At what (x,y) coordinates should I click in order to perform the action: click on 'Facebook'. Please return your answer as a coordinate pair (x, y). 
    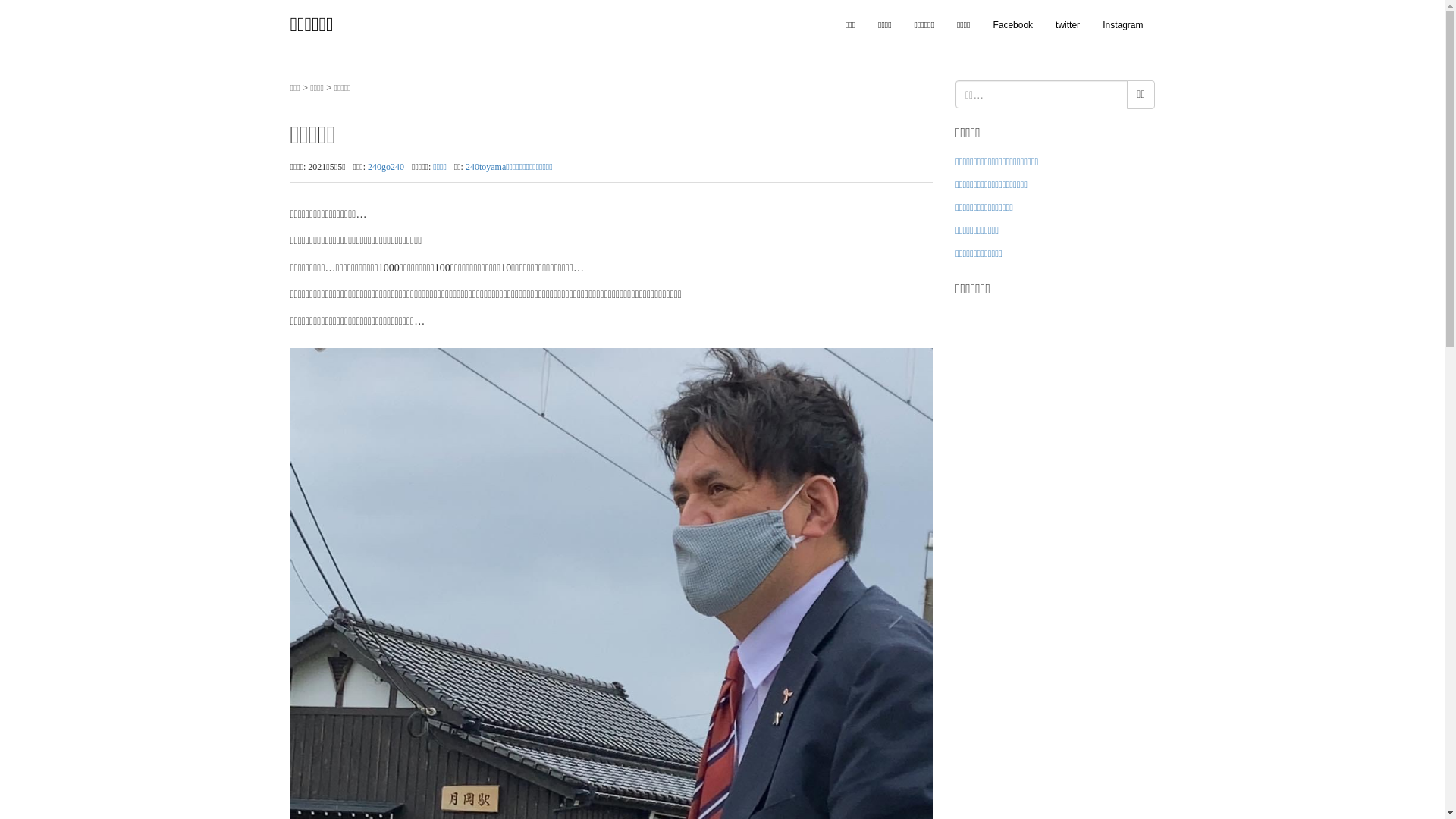
    Looking at the image, I should click on (981, 25).